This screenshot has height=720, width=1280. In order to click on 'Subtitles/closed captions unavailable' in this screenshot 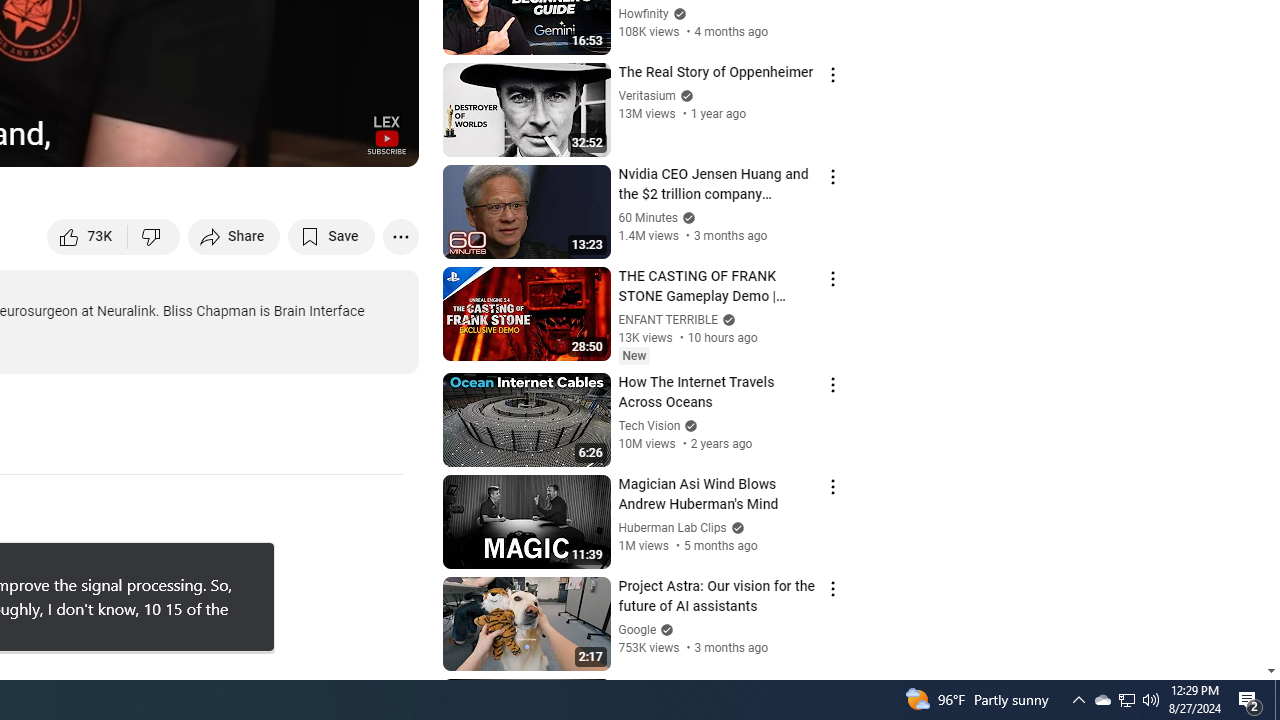, I will do `click(190, 141)`.